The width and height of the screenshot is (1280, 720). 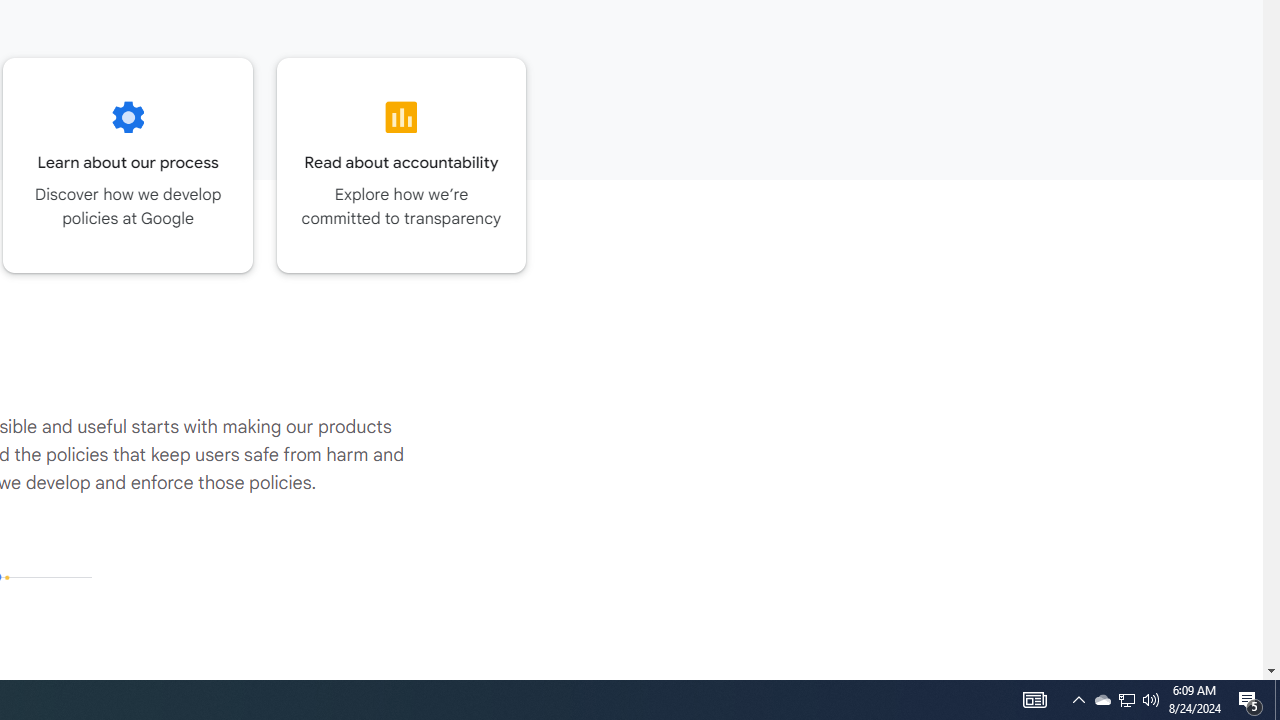 What do you see at coordinates (400, 164) in the screenshot?
I see `'Go to the Accountability page'` at bounding box center [400, 164].